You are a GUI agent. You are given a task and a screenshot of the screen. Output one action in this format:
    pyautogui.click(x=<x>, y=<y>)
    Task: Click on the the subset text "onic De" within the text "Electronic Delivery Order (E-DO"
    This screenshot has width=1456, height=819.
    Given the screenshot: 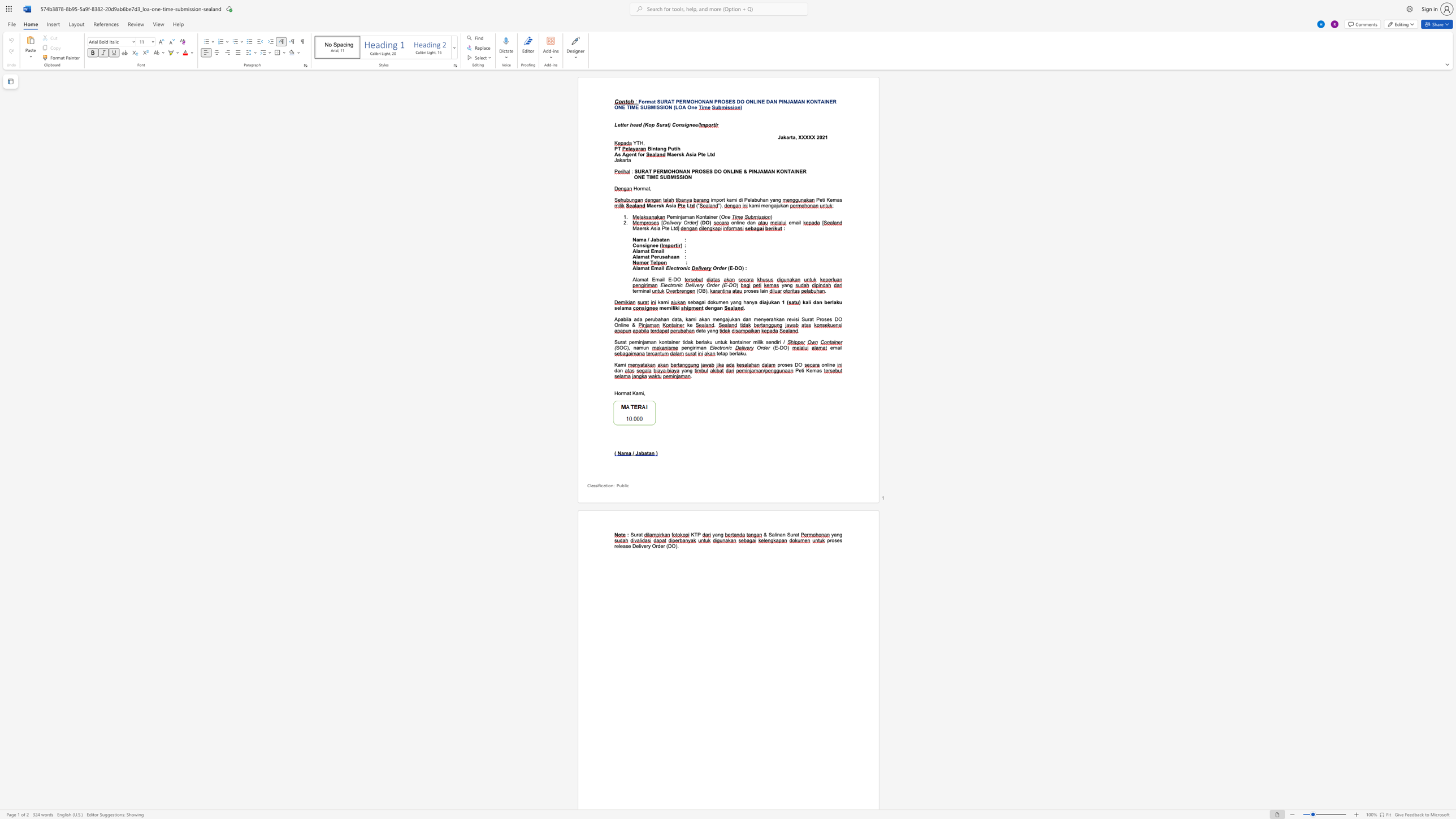 What is the action you would take?
    pyautogui.click(x=673, y=285)
    